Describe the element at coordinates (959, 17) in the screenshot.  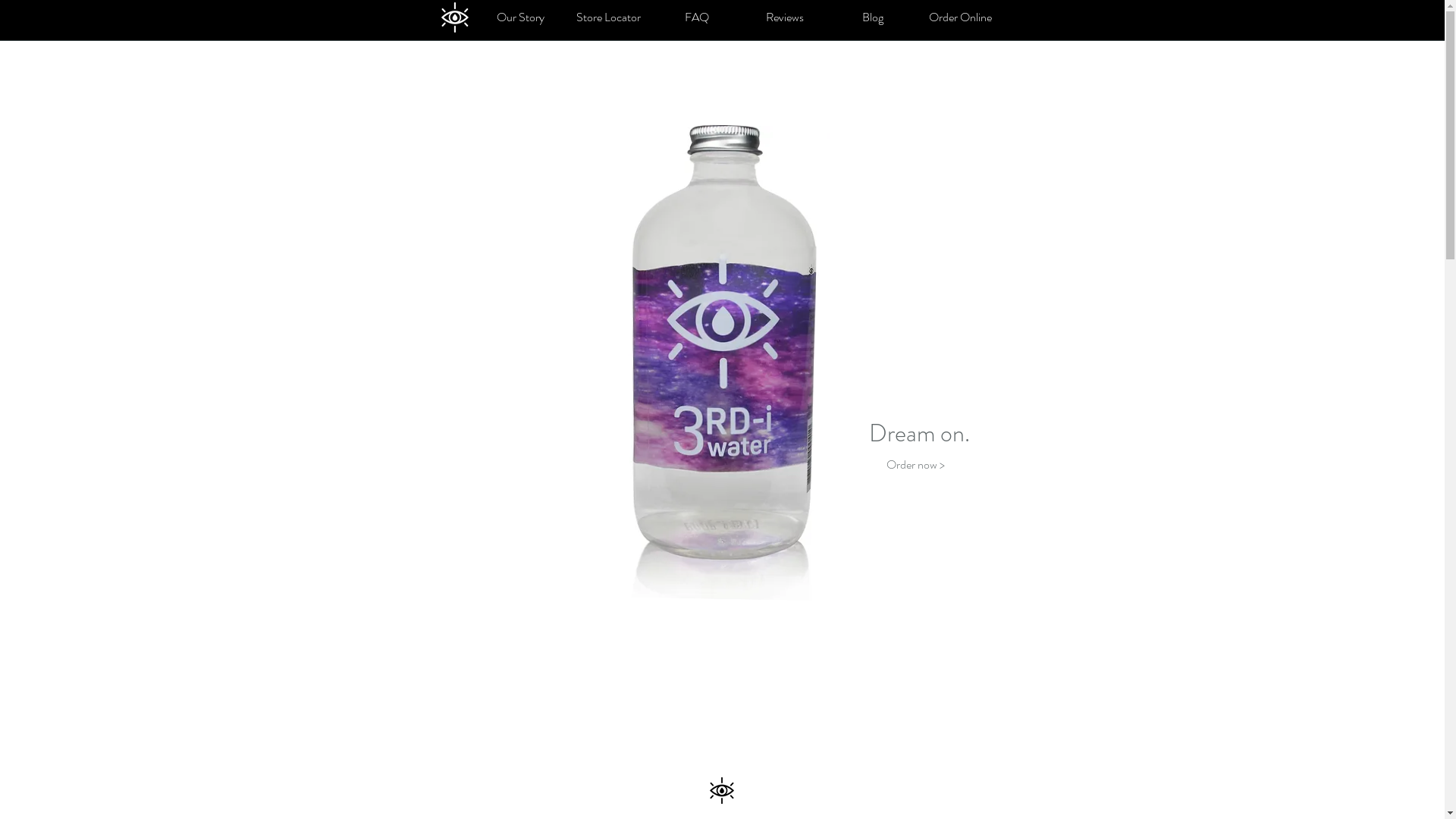
I see `'Order Online'` at that location.